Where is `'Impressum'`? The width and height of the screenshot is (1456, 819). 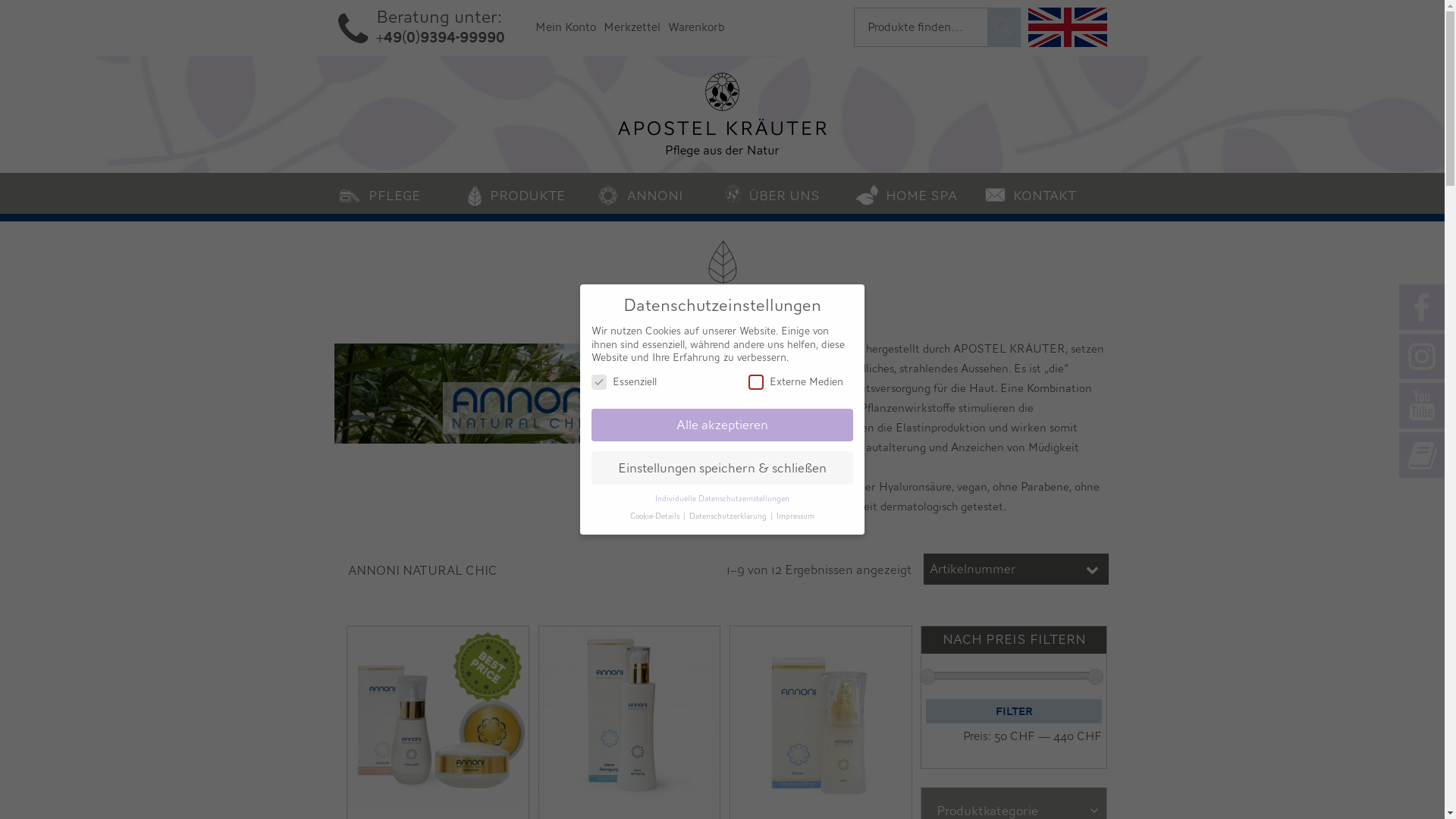 'Impressum' is located at coordinates (795, 516).